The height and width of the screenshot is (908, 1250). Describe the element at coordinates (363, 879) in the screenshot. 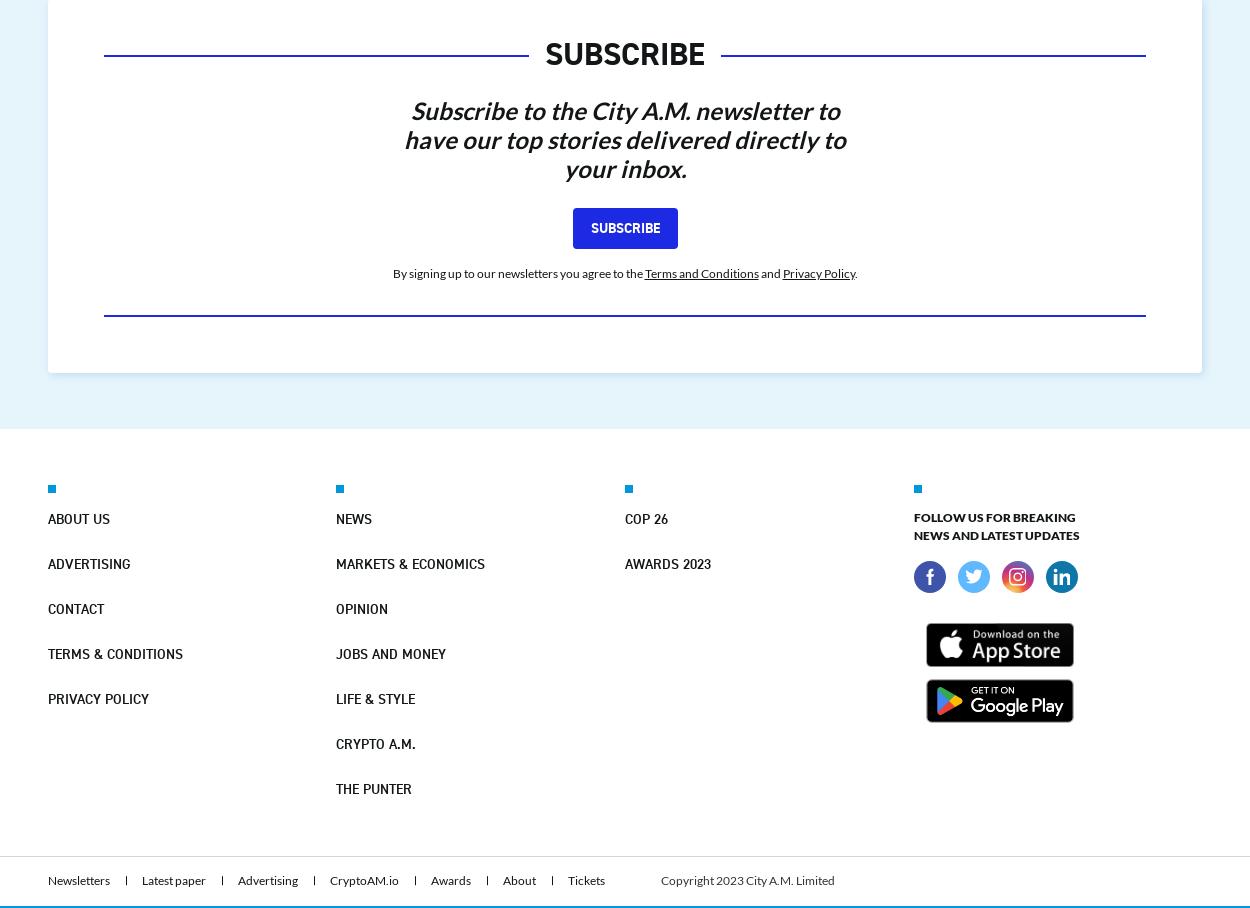

I see `'CryptoAM.io'` at that location.